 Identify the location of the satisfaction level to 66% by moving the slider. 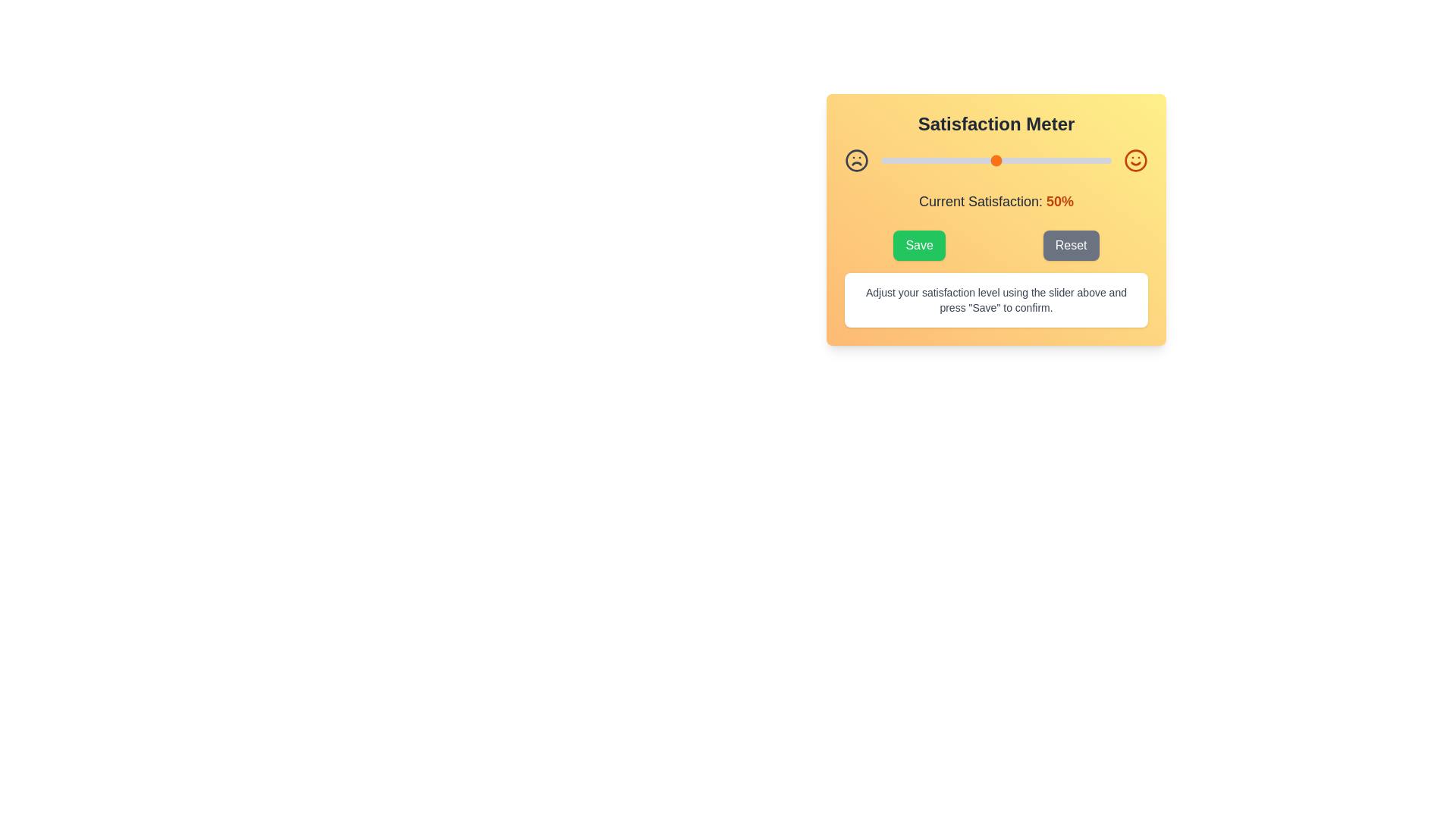
(1032, 161).